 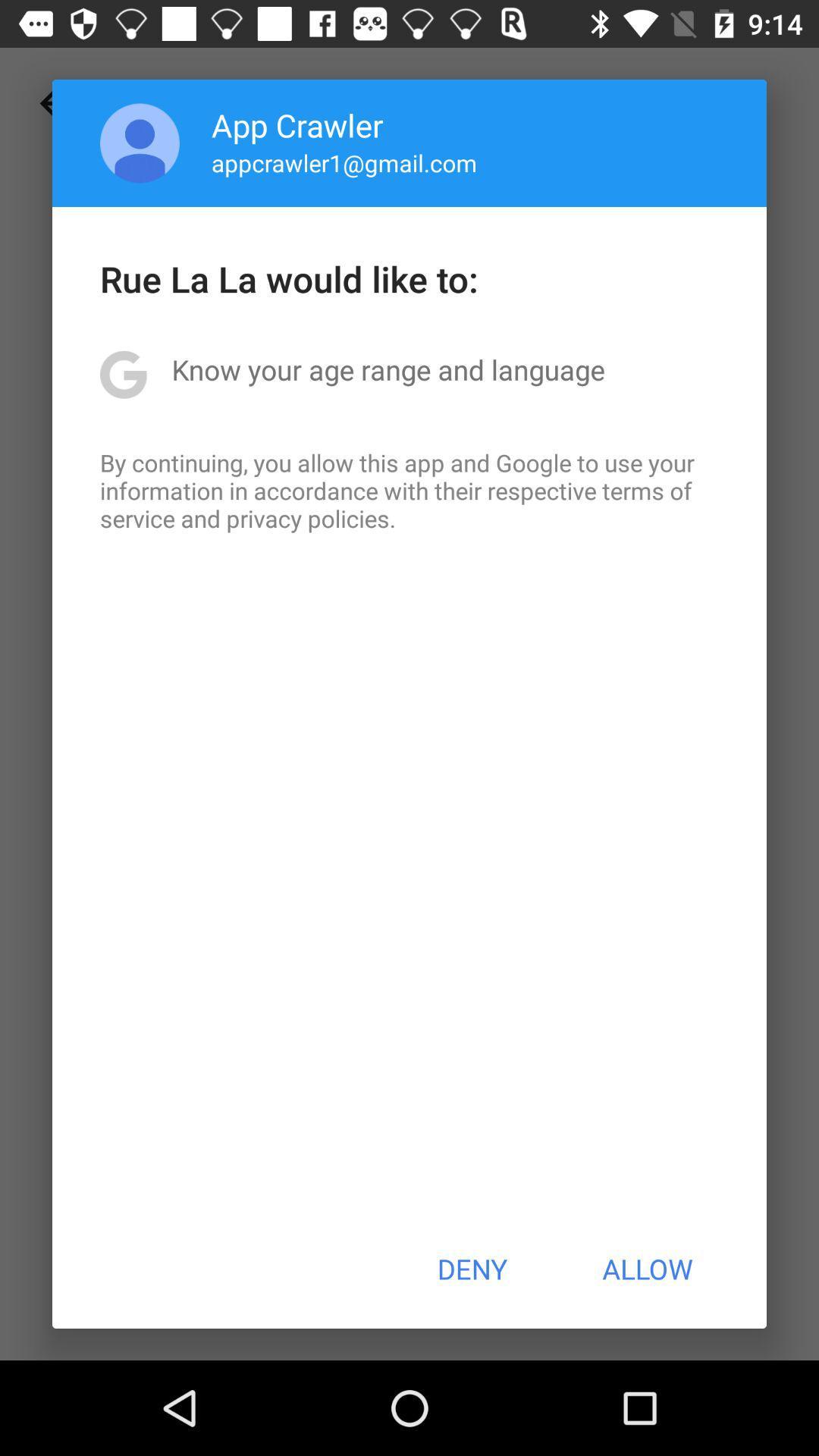 I want to click on the item to the left of the allow, so click(x=471, y=1269).